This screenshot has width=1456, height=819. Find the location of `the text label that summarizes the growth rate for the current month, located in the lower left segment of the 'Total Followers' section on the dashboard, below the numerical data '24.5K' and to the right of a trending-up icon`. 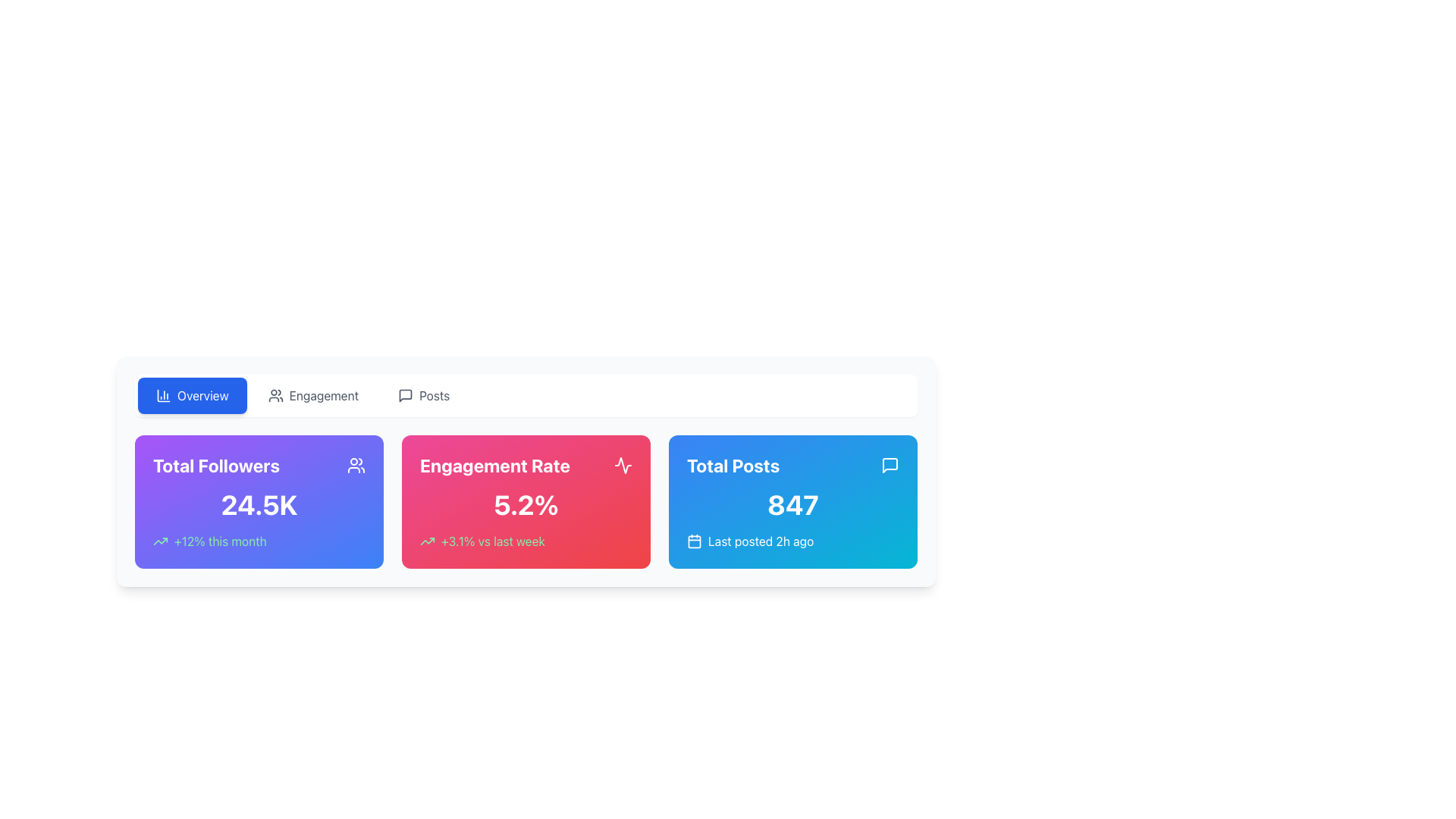

the text label that summarizes the growth rate for the current month, located in the lower left segment of the 'Total Followers' section on the dashboard, below the numerical data '24.5K' and to the right of a trending-up icon is located at coordinates (219, 540).